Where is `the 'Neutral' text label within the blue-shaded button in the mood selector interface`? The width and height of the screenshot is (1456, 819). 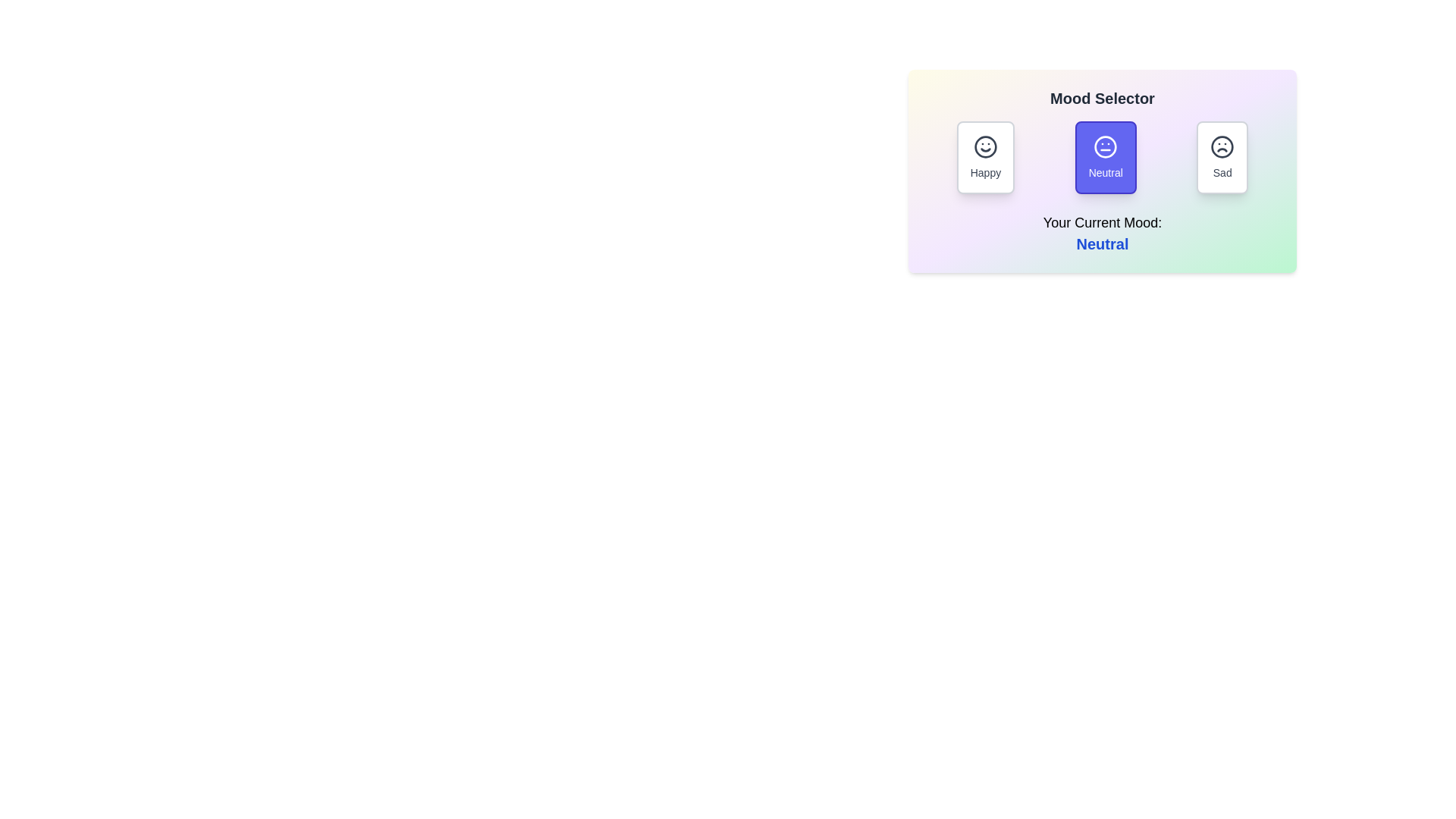
the 'Neutral' text label within the blue-shaded button in the mood selector interface is located at coordinates (1106, 171).